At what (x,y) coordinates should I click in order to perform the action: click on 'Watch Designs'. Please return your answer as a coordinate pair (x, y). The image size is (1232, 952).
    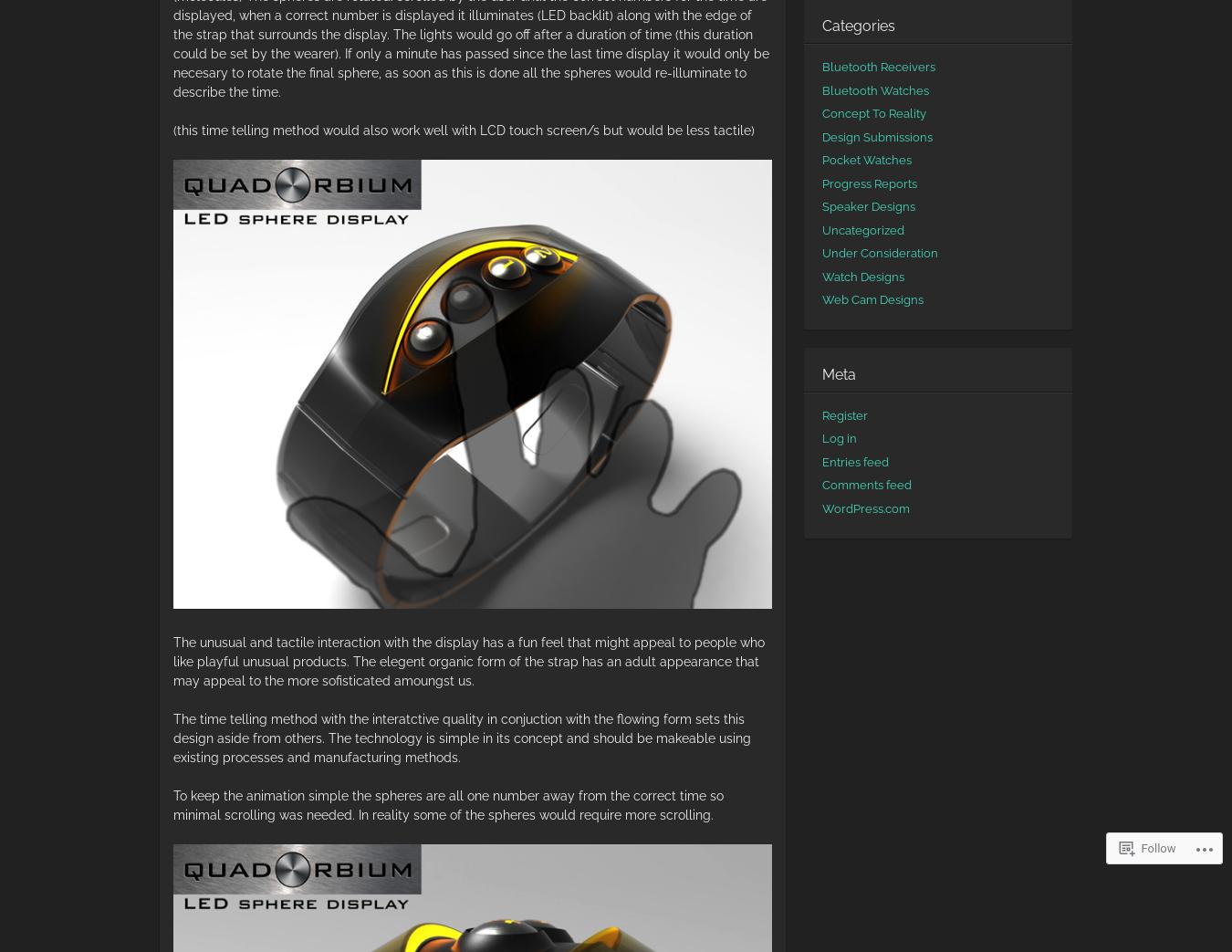
    Looking at the image, I should click on (861, 275).